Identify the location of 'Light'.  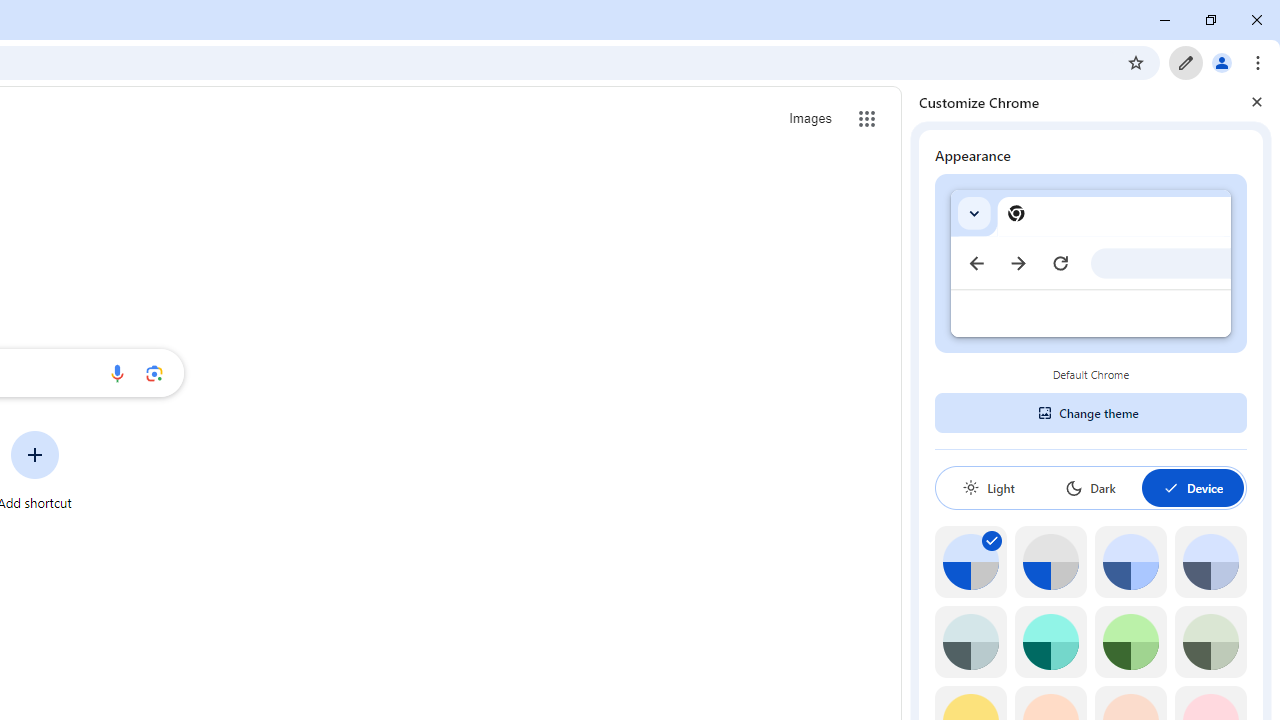
(988, 487).